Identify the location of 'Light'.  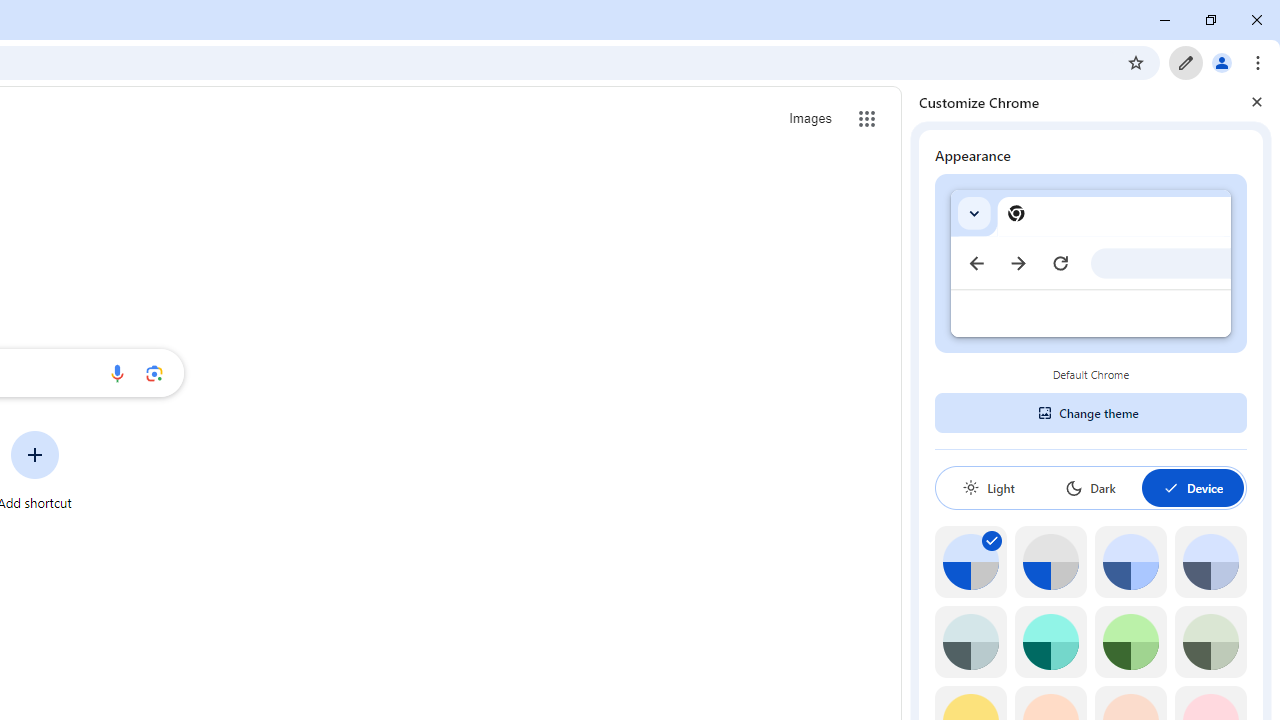
(988, 487).